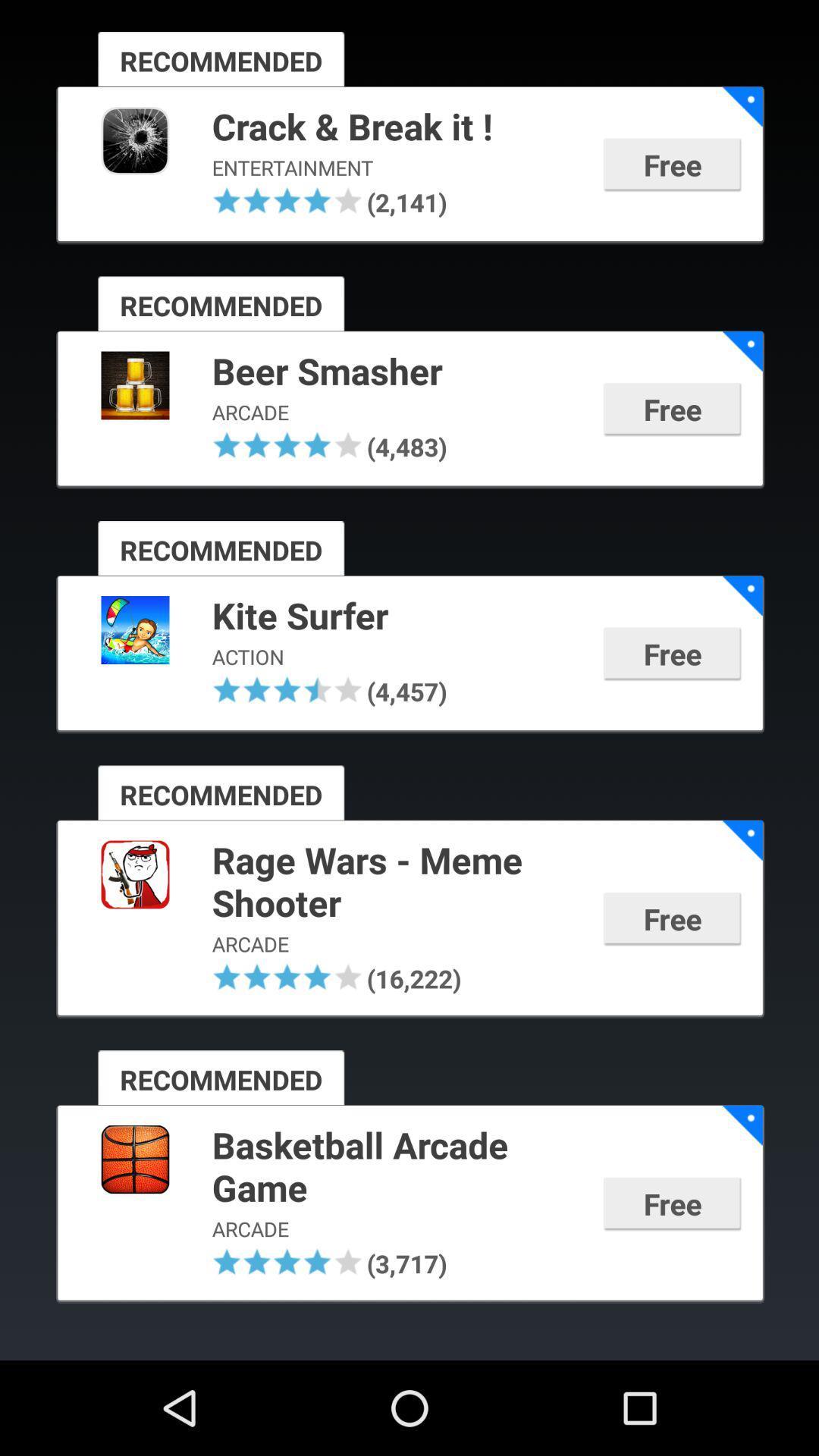  Describe the element at coordinates (316, 199) in the screenshot. I see `icon above recommended item` at that location.